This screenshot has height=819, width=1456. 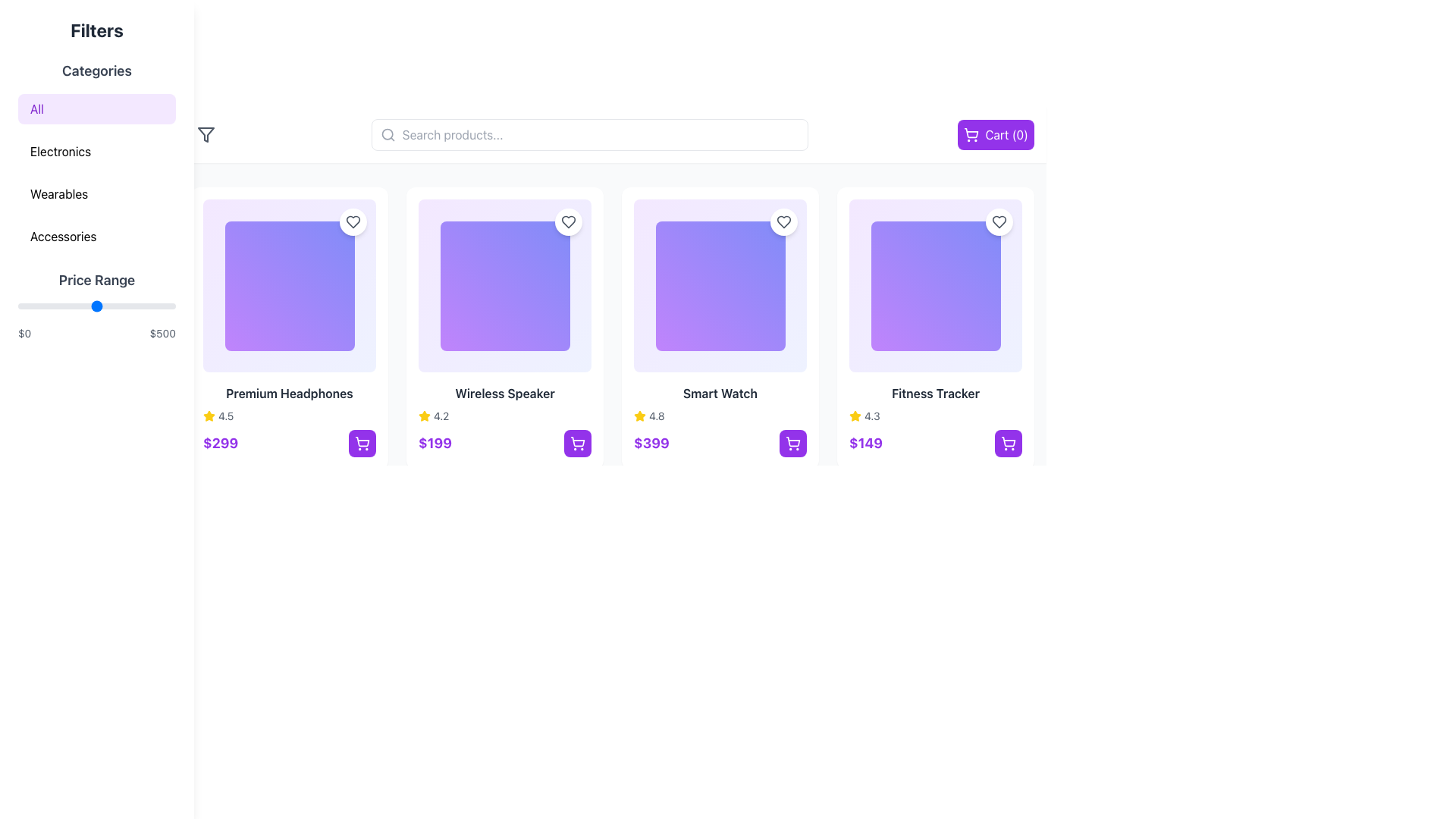 I want to click on the 'Wearables' category button, which is the third item in the 'Categories' section, so click(x=96, y=178).